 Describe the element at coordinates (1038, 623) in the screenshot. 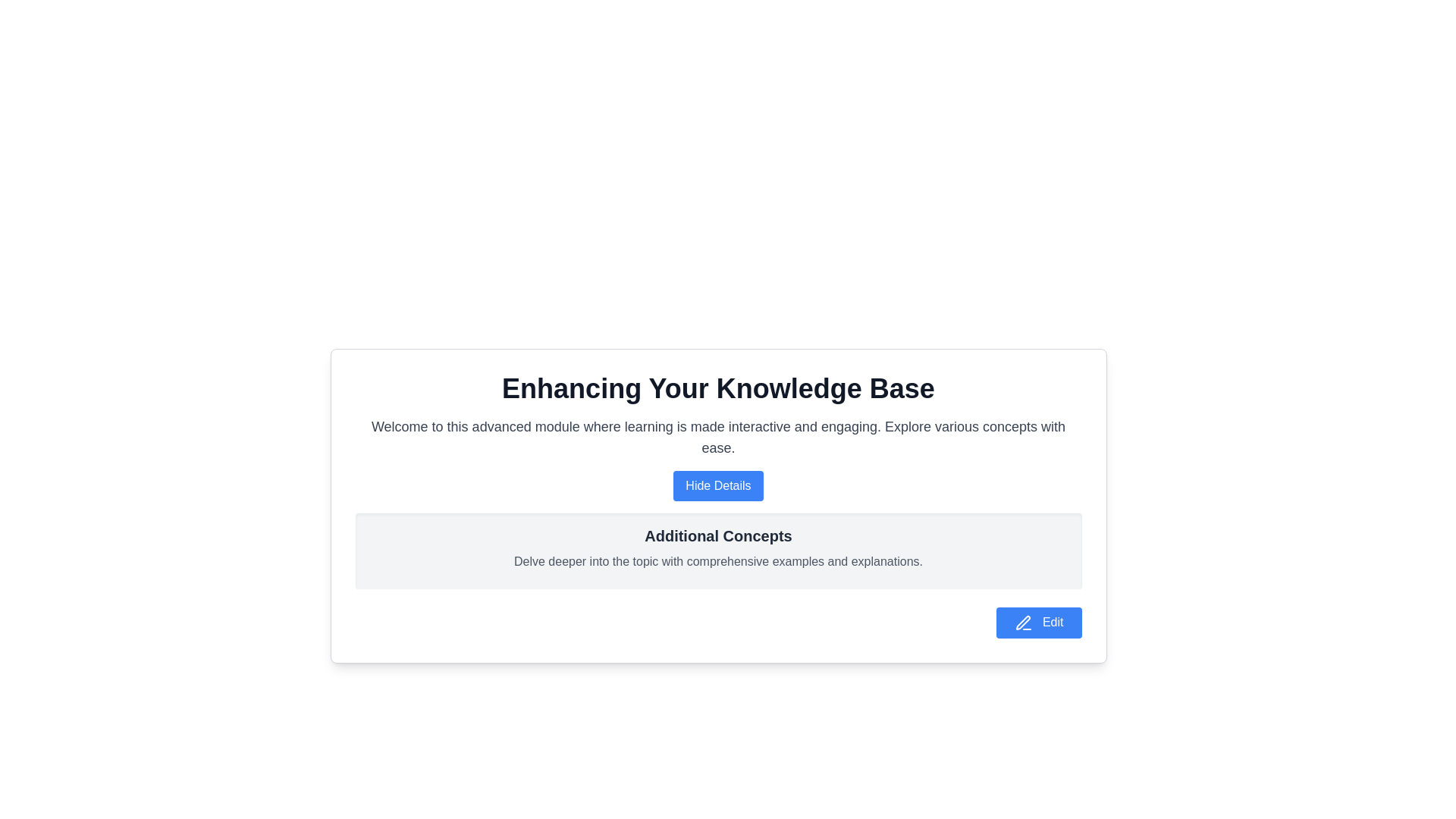

I see `the blue rectangular button labeled 'Edit' with a white pen icon` at that location.